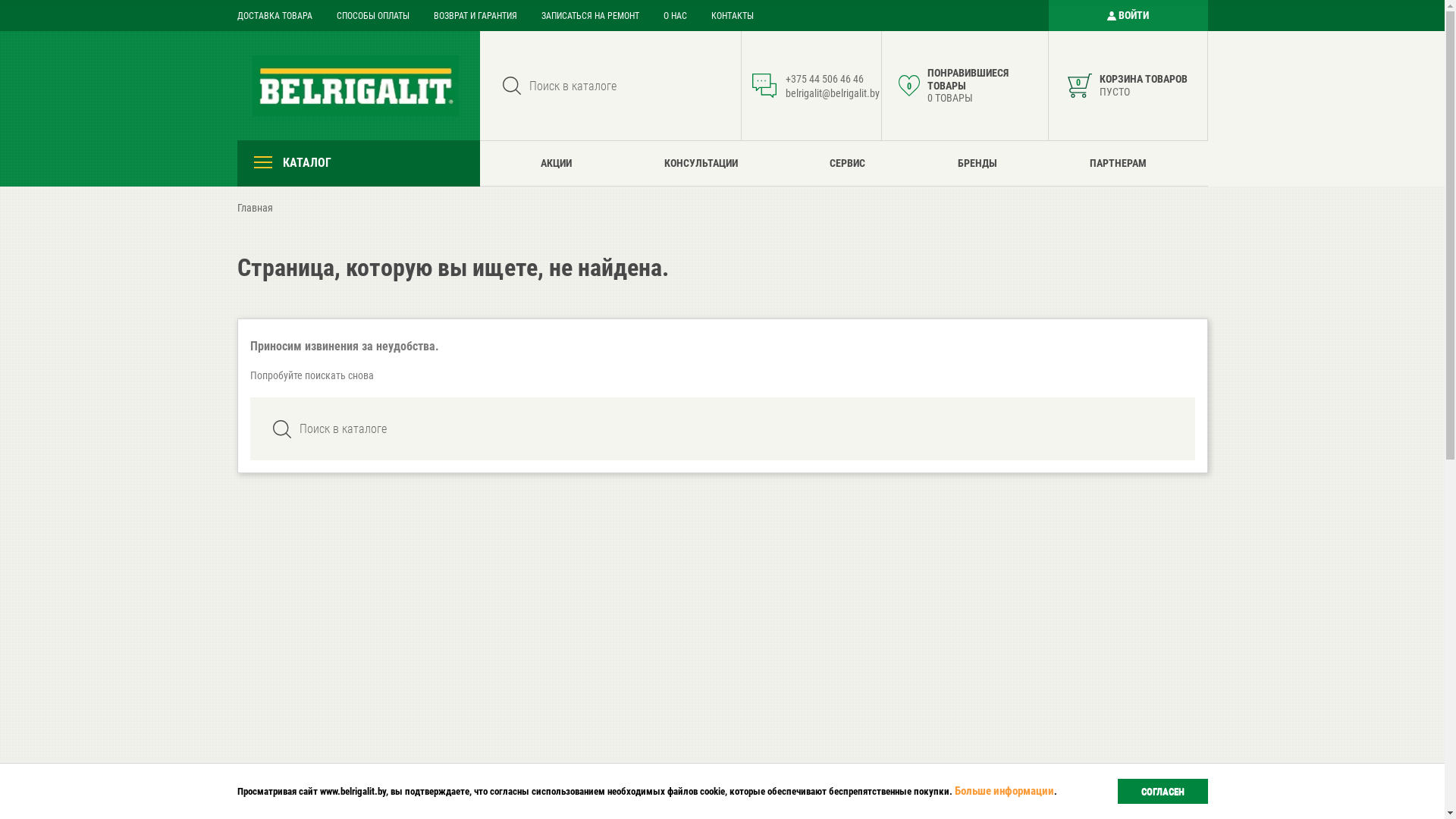 The image size is (1456, 819). Describe the element at coordinates (824, 79) in the screenshot. I see `'+375 44 506 46 46'` at that location.